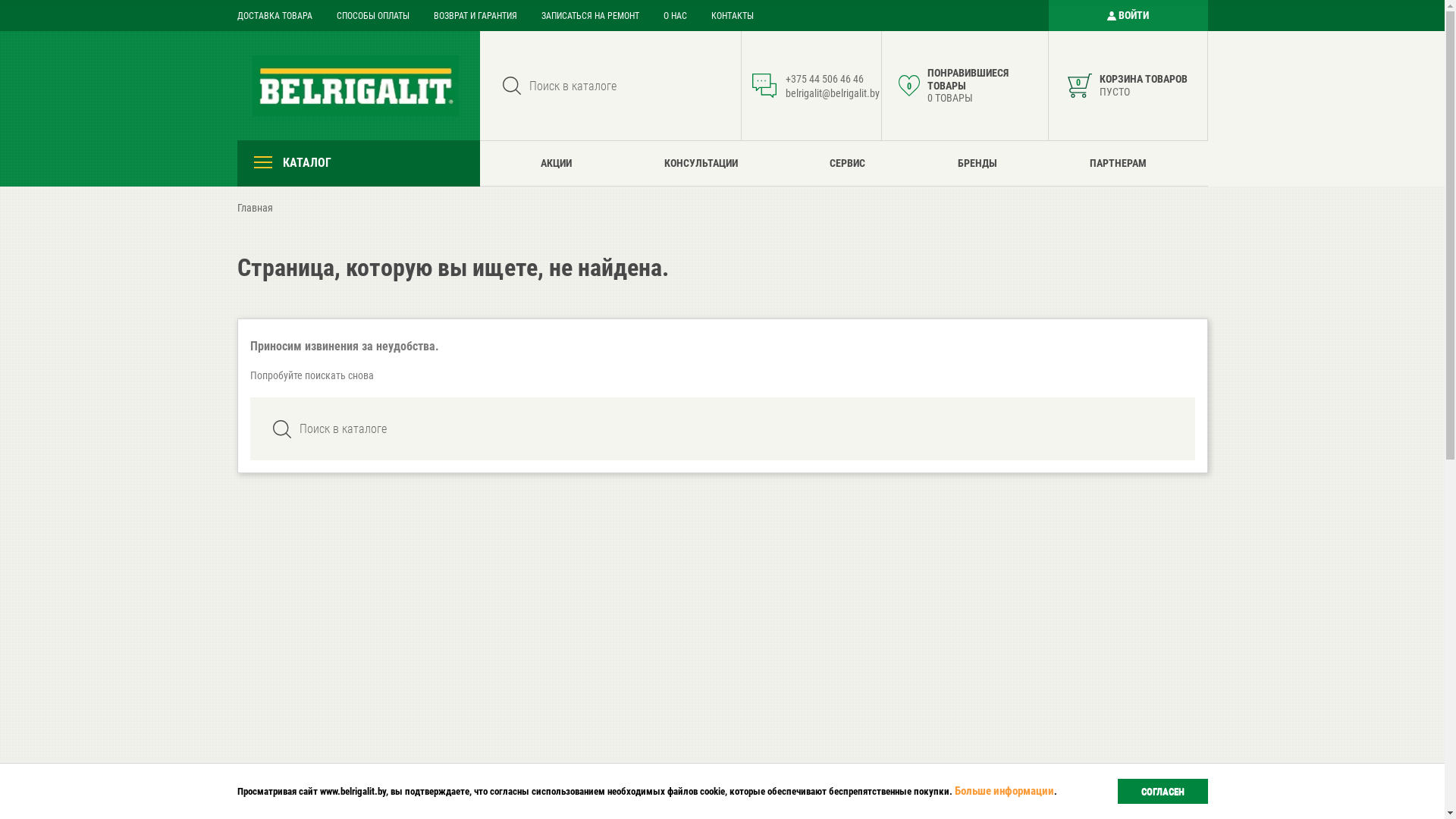 The image size is (1456, 819). Describe the element at coordinates (824, 79) in the screenshot. I see `'+375 44 506 46 46'` at that location.